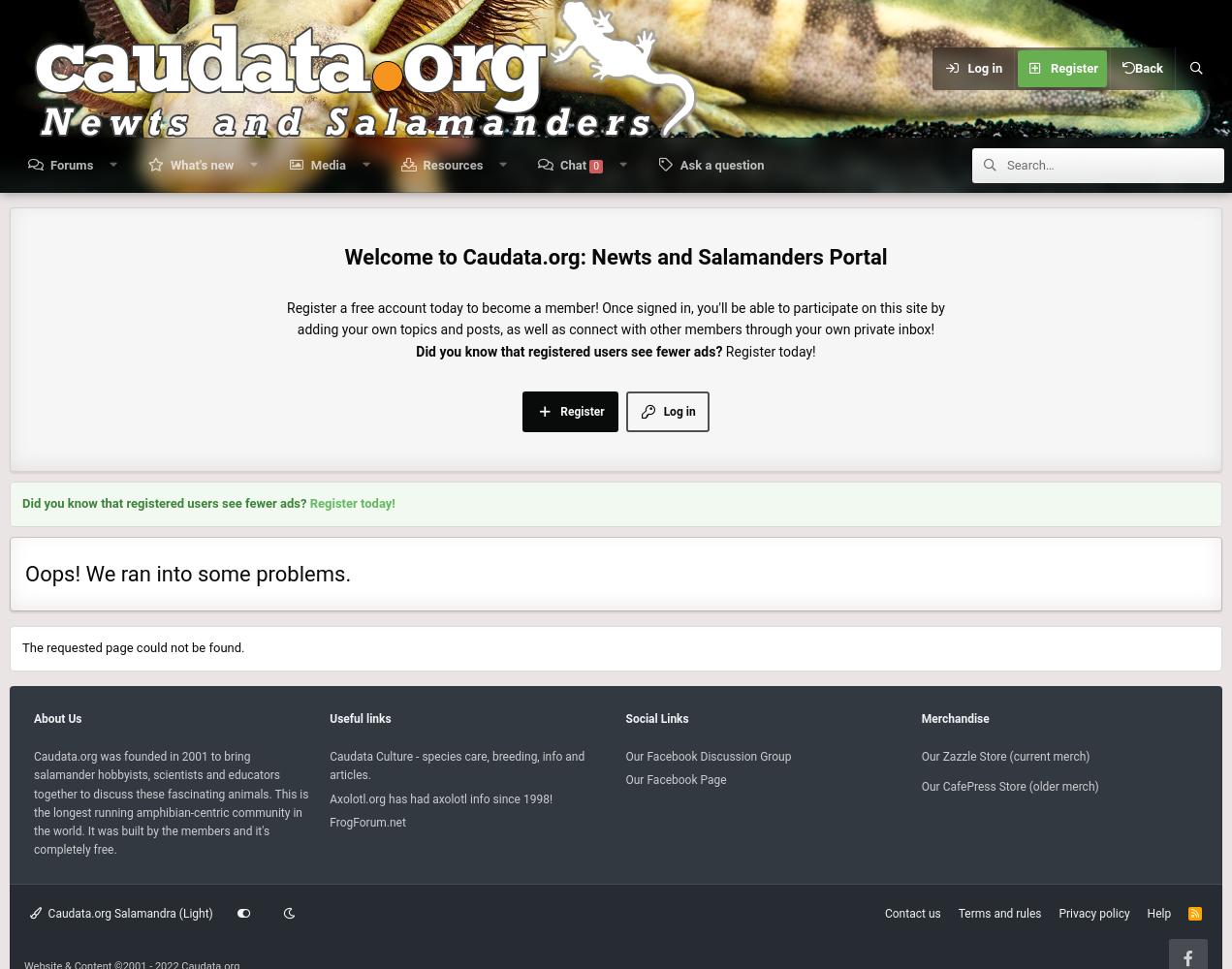  What do you see at coordinates (1146, 913) in the screenshot?
I see `'Help'` at bounding box center [1146, 913].